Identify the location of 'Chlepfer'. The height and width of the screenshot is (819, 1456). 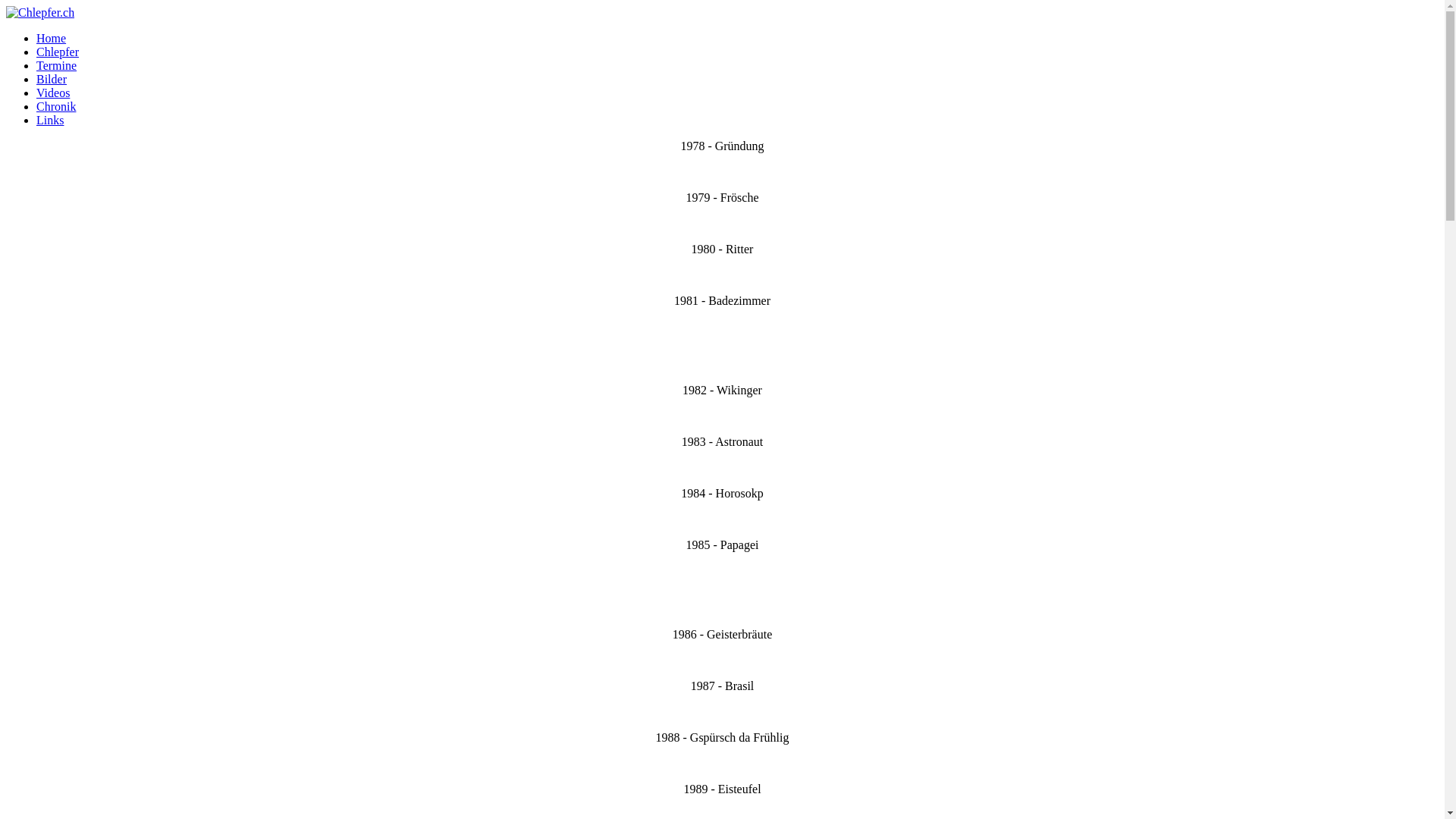
(58, 51).